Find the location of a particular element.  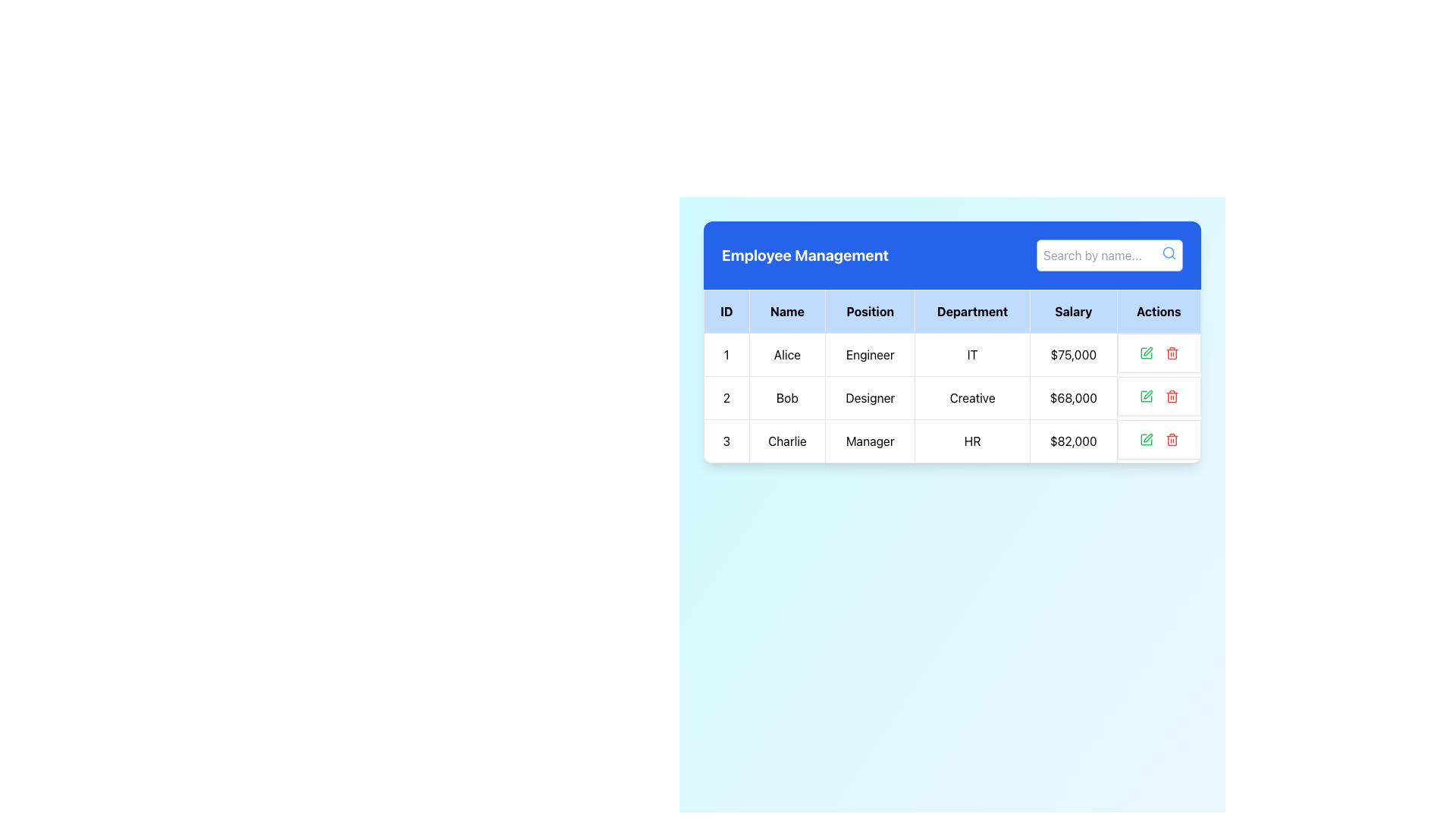

the red delete icon in the Actions column of Charlie's row to initiate deletion of the row is located at coordinates (1158, 439).